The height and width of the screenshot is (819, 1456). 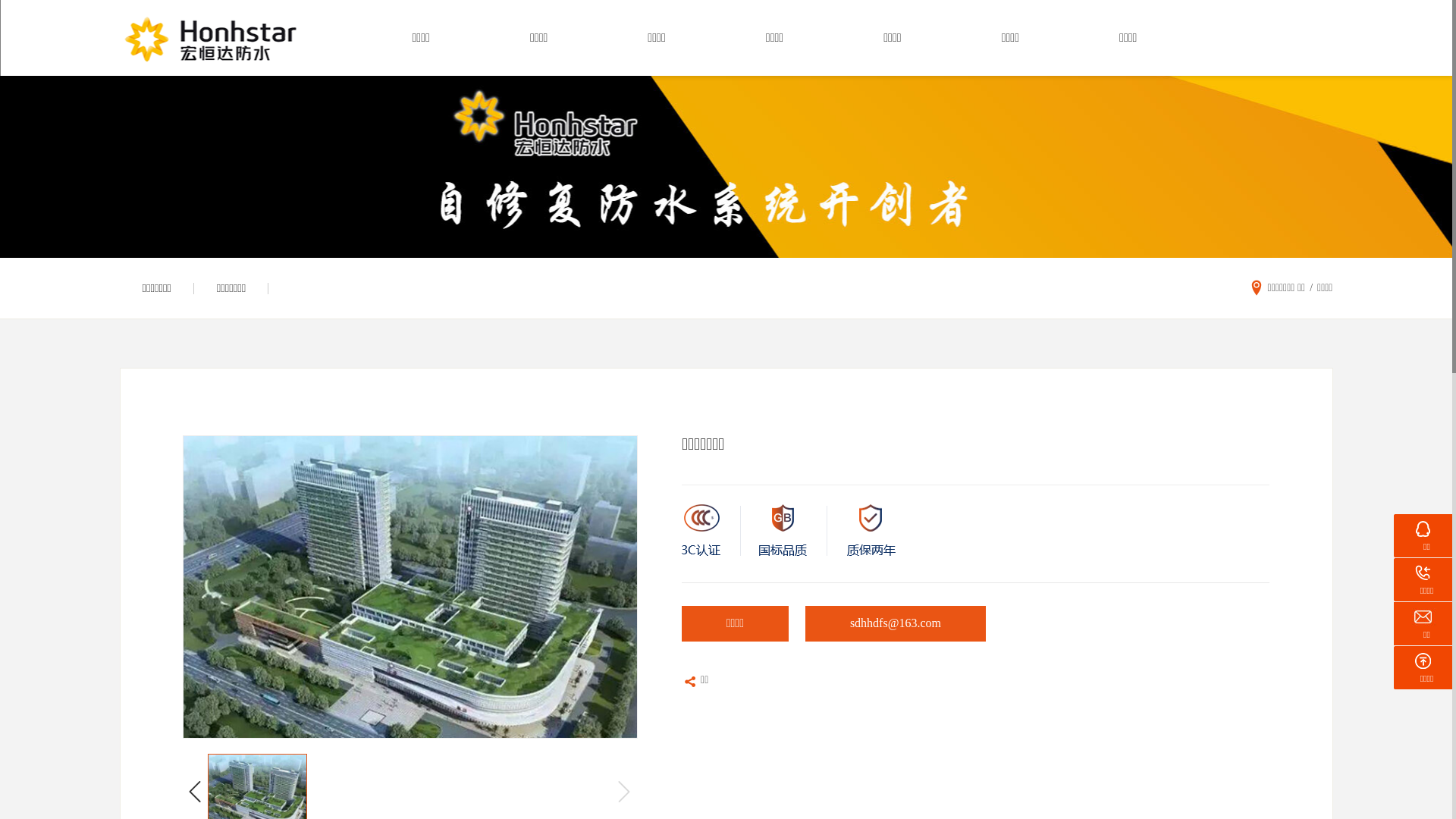 What do you see at coordinates (895, 626) in the screenshot?
I see `'sdhhdfs@163.com'` at bounding box center [895, 626].